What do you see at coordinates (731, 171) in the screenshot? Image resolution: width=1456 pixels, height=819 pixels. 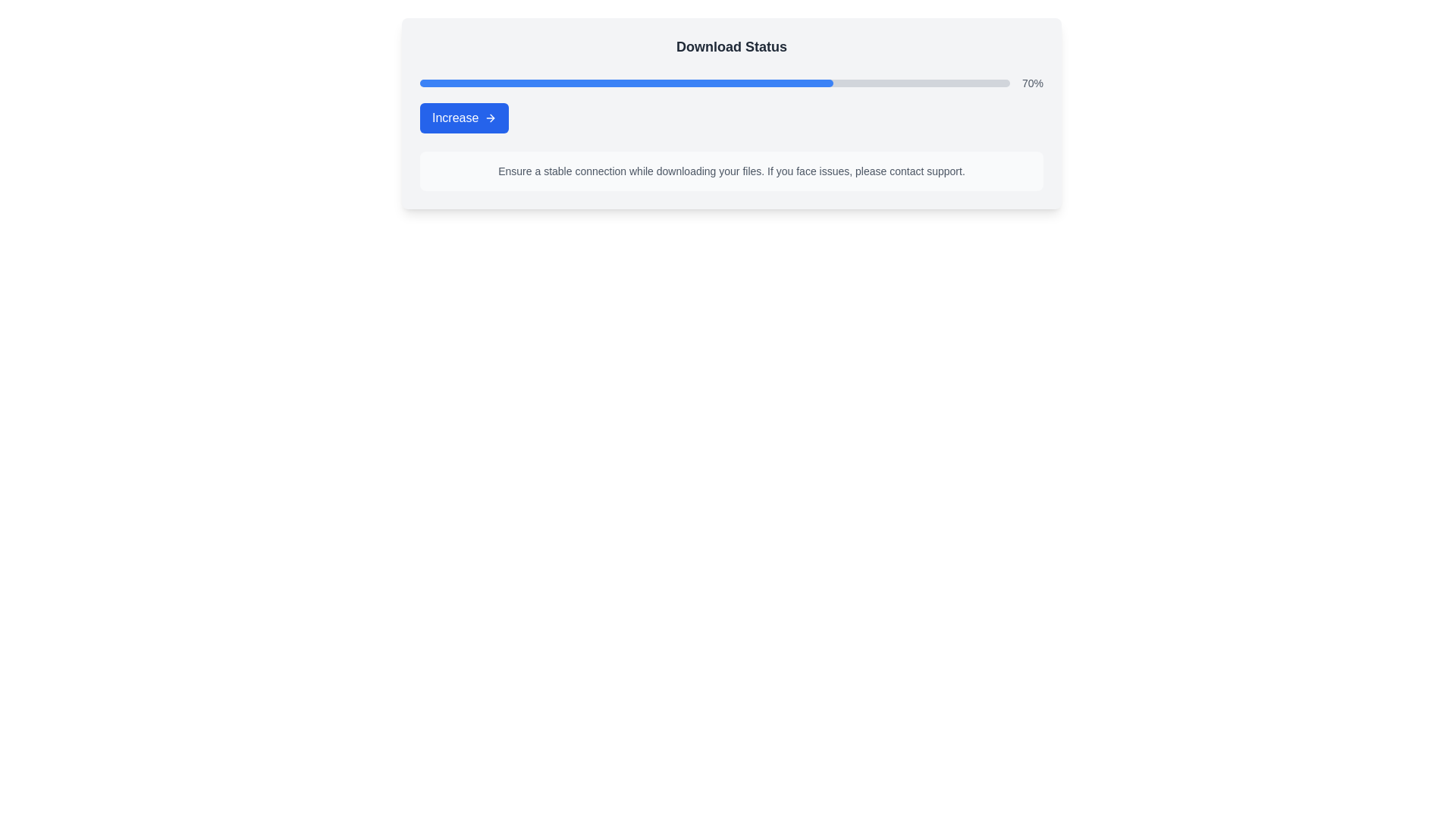 I see `the informational static text label about the importance of a stable connection during downloads` at bounding box center [731, 171].